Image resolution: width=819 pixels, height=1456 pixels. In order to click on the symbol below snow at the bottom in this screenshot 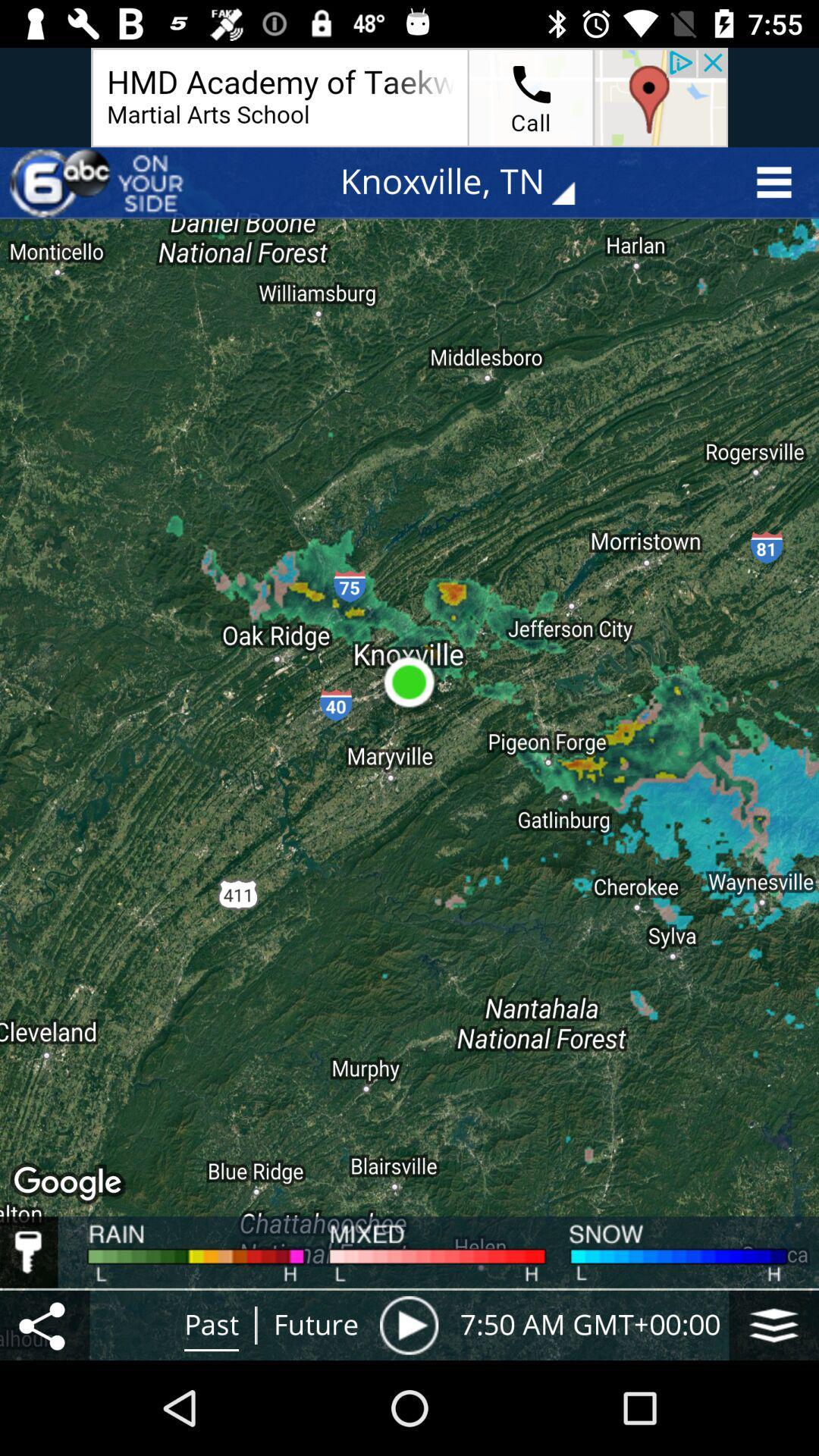, I will do `click(774, 1324)`.